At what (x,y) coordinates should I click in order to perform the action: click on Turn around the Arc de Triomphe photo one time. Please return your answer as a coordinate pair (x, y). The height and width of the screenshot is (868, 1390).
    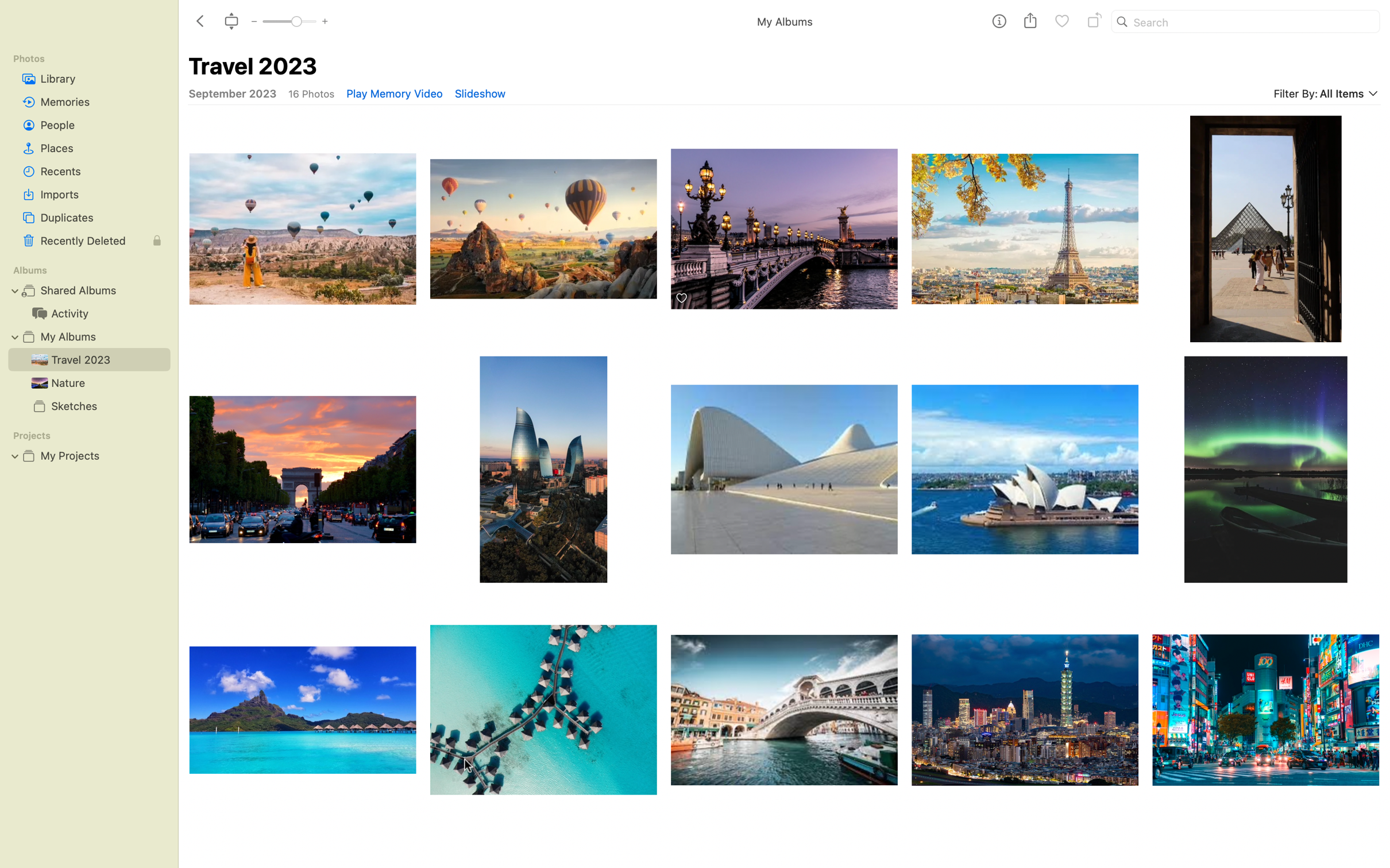
    Looking at the image, I should click on (300, 470).